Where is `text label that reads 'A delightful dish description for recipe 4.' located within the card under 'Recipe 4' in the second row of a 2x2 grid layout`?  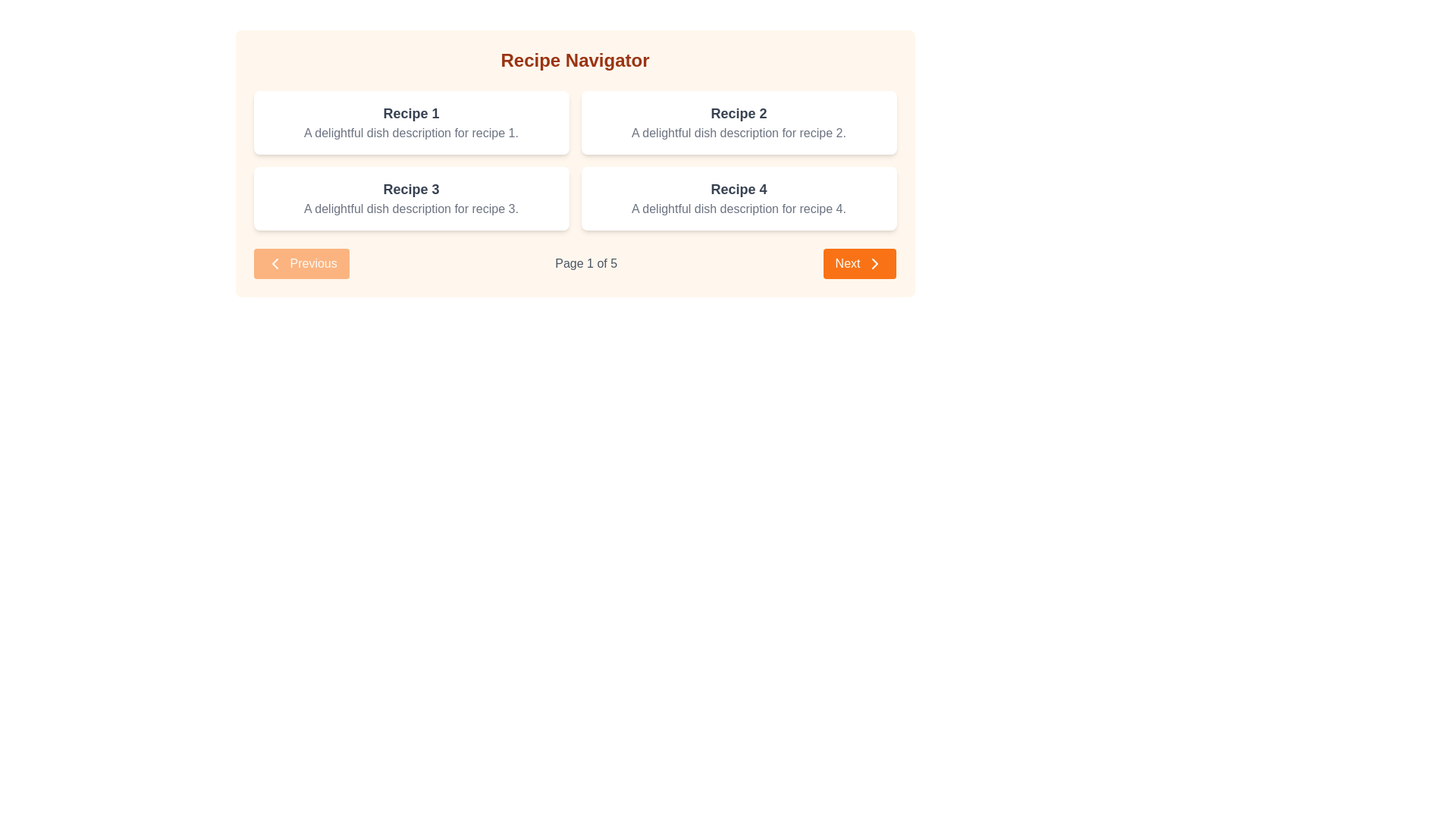 text label that reads 'A delightful dish description for recipe 4.' located within the card under 'Recipe 4' in the second row of a 2x2 grid layout is located at coordinates (739, 209).